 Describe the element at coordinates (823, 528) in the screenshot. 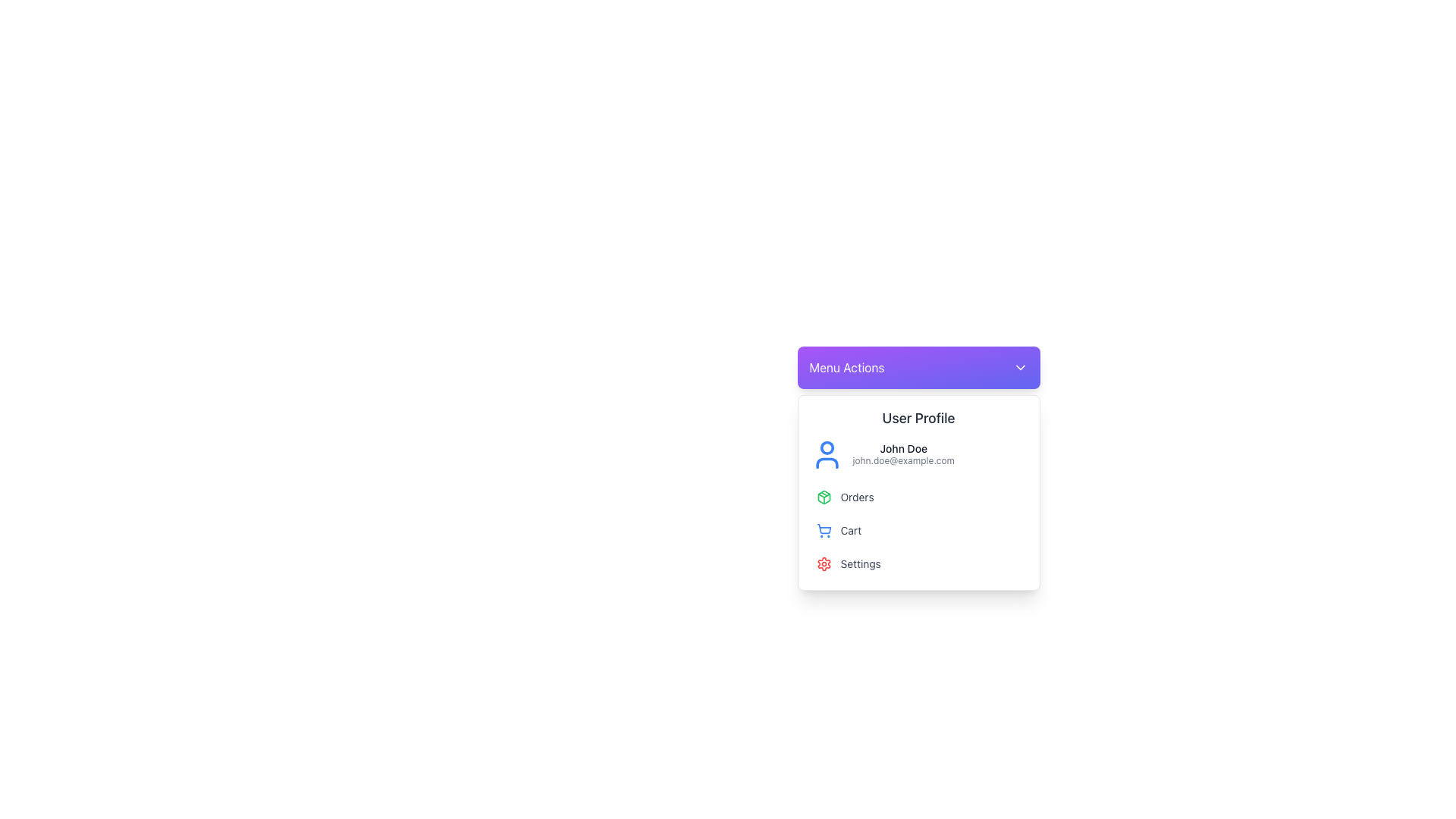

I see `the shopping cart icon, which is styled with a blue outline and located in the third row of the menu, to the left of the 'Cart' label` at that location.